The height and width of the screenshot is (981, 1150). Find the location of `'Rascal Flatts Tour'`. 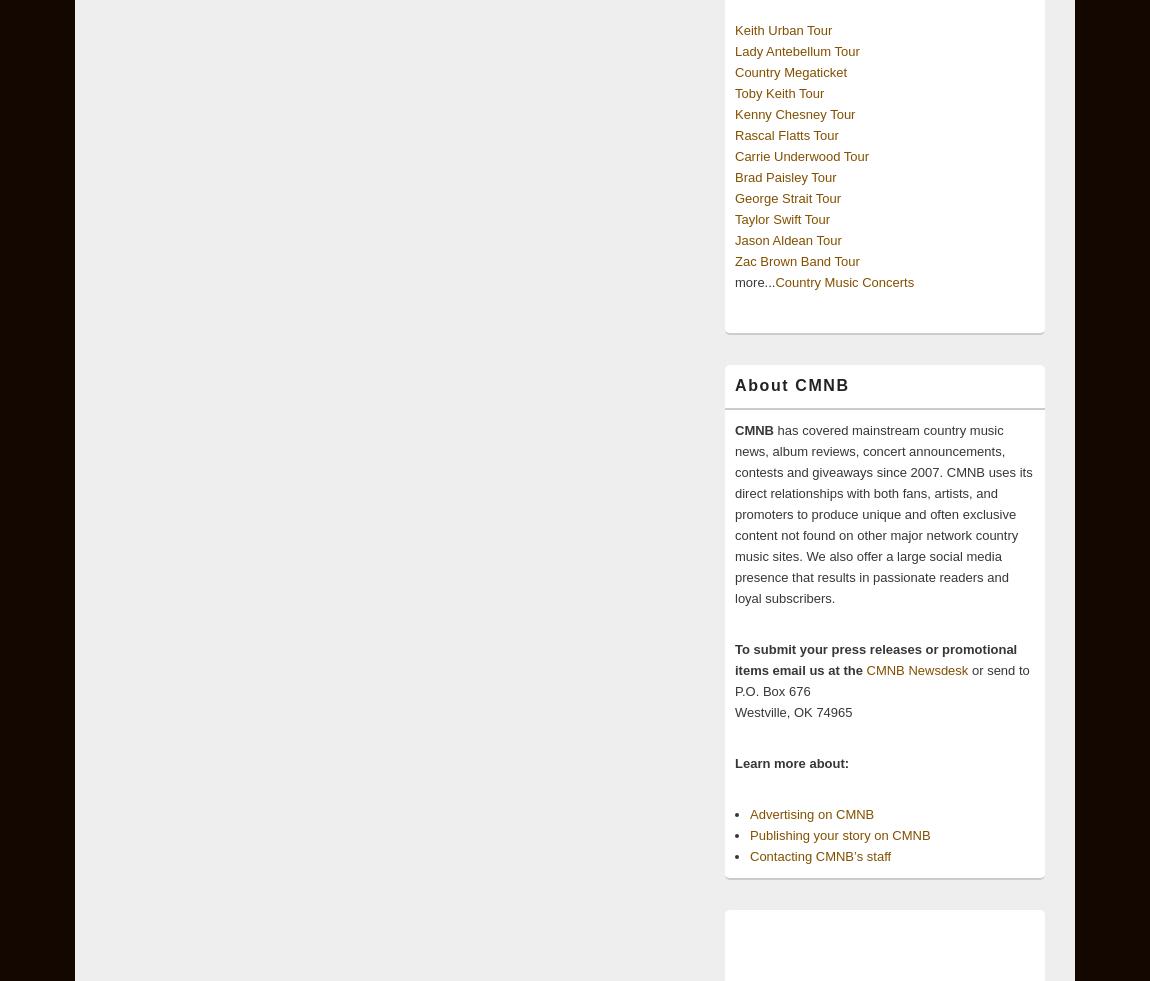

'Rascal Flatts Tour' is located at coordinates (785, 133).